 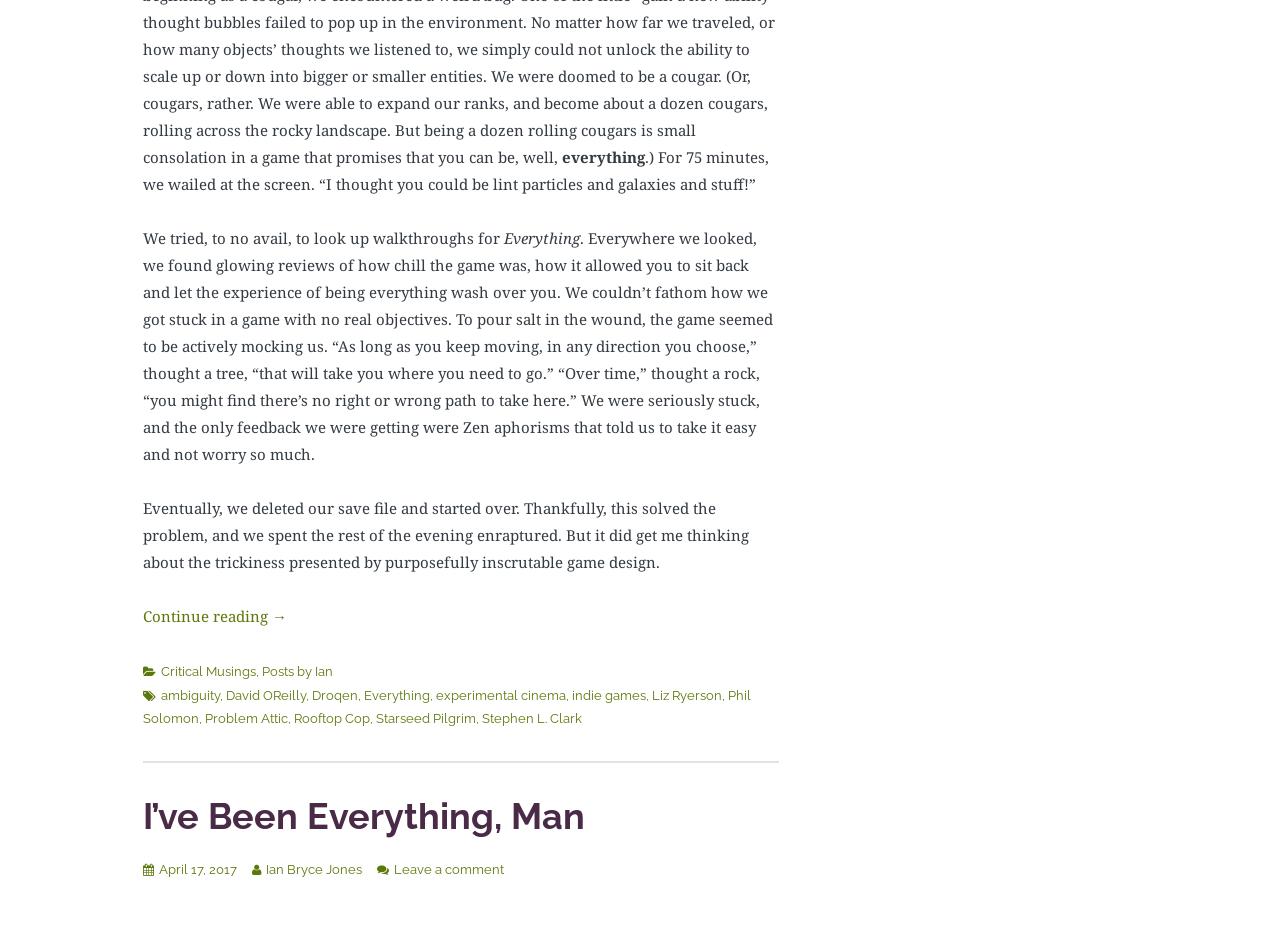 What do you see at coordinates (500, 694) in the screenshot?
I see `'experimental cinema'` at bounding box center [500, 694].